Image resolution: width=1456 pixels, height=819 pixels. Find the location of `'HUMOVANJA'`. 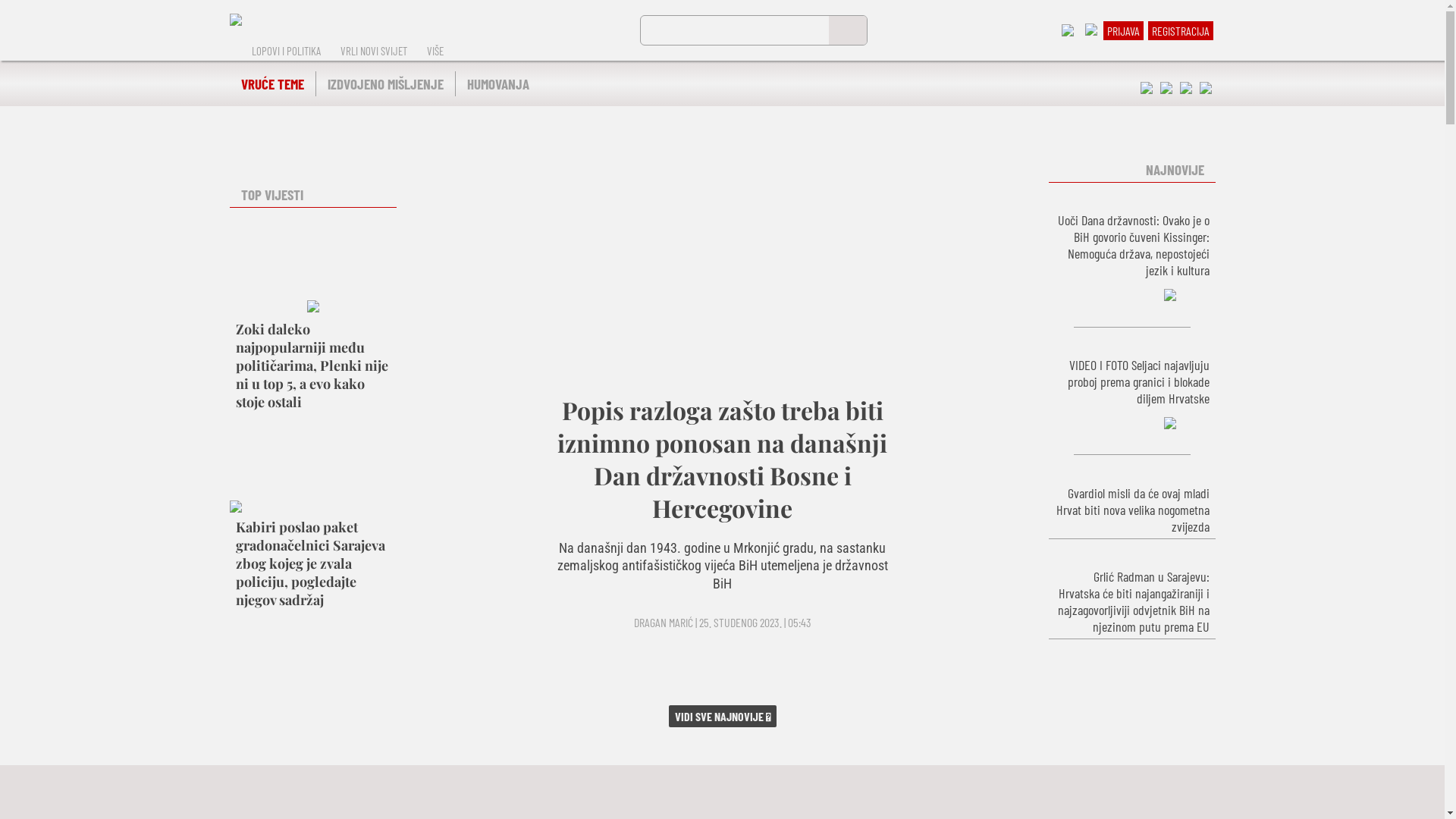

'HUMOVANJA' is located at coordinates (454, 83).